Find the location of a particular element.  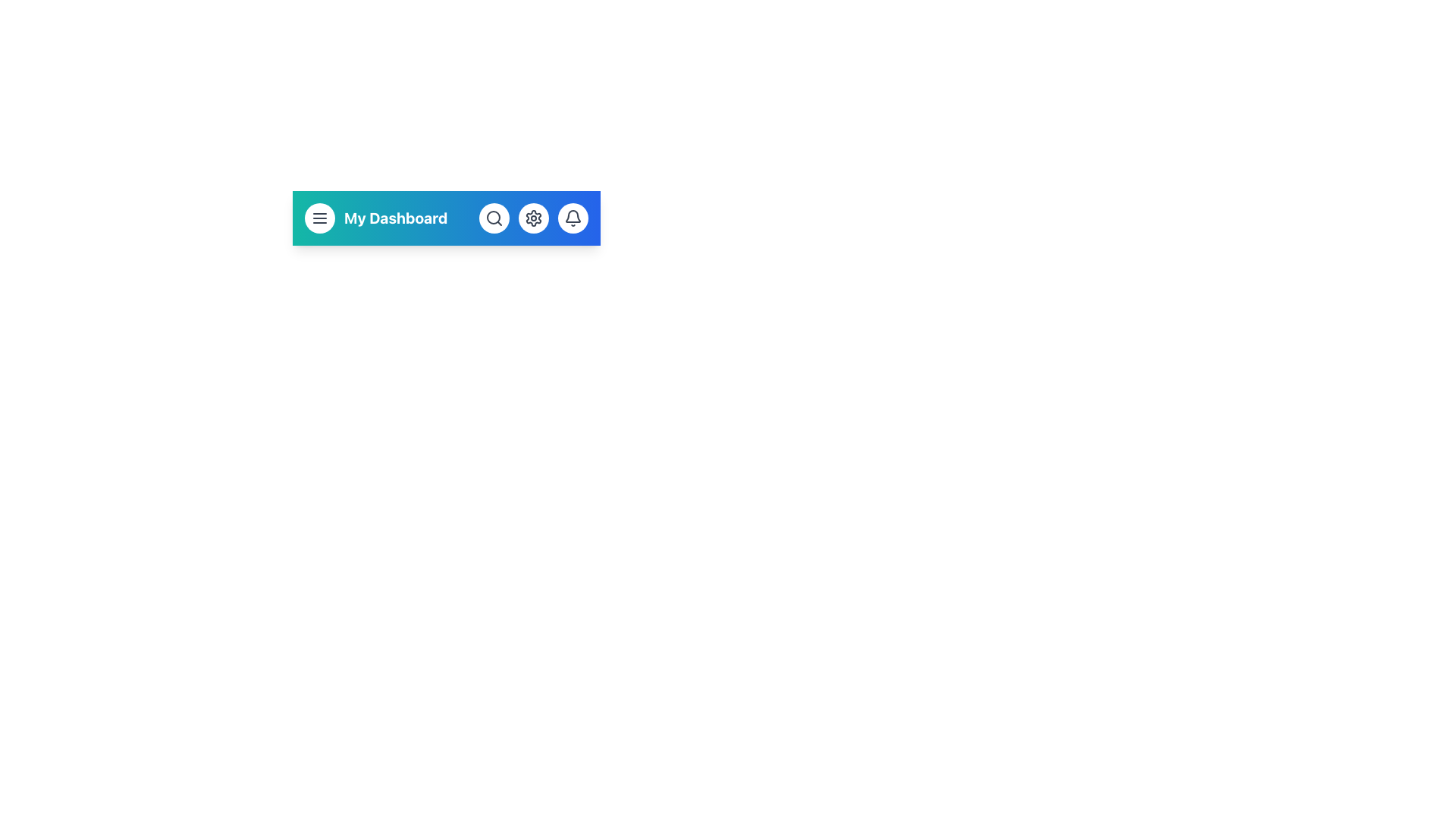

the second circular icon button in the toolbar, which is positioned between the magnifying glass icon and the bell icon is located at coordinates (534, 218).